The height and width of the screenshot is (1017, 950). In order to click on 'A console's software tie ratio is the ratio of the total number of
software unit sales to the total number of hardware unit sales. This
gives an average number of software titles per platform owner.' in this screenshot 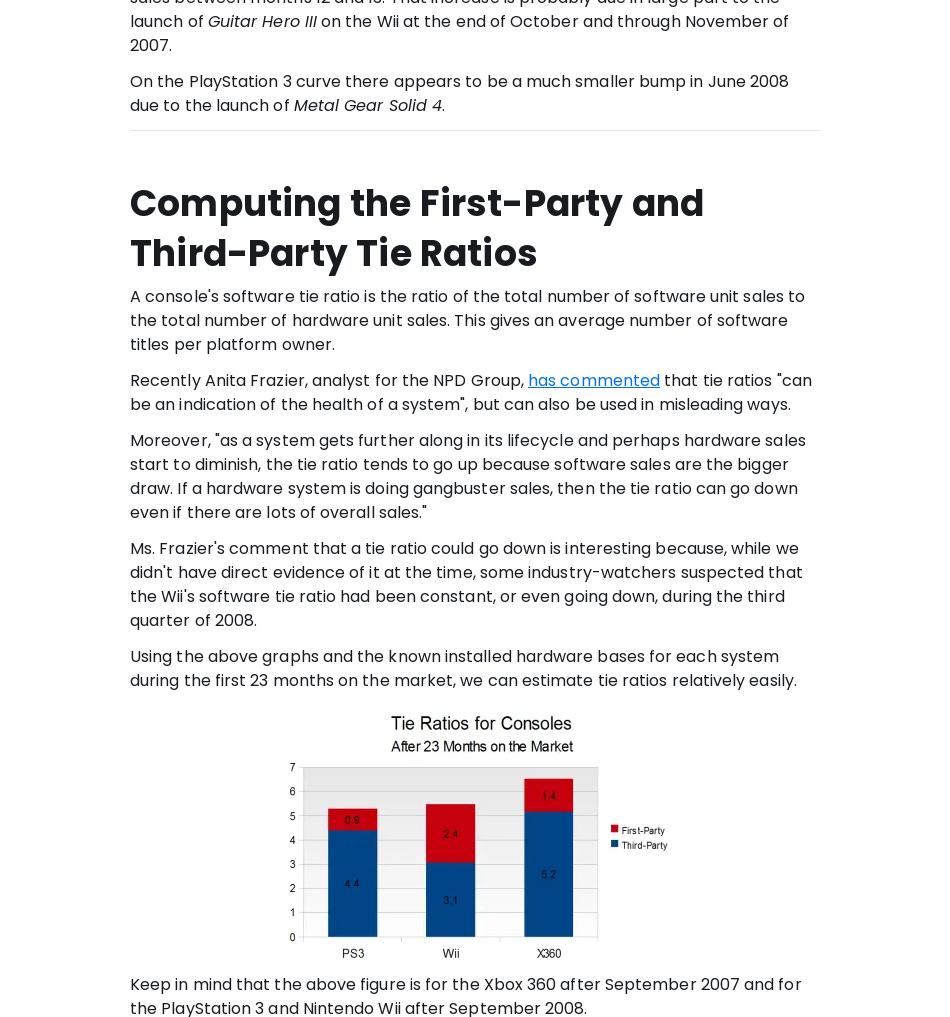, I will do `click(466, 319)`.